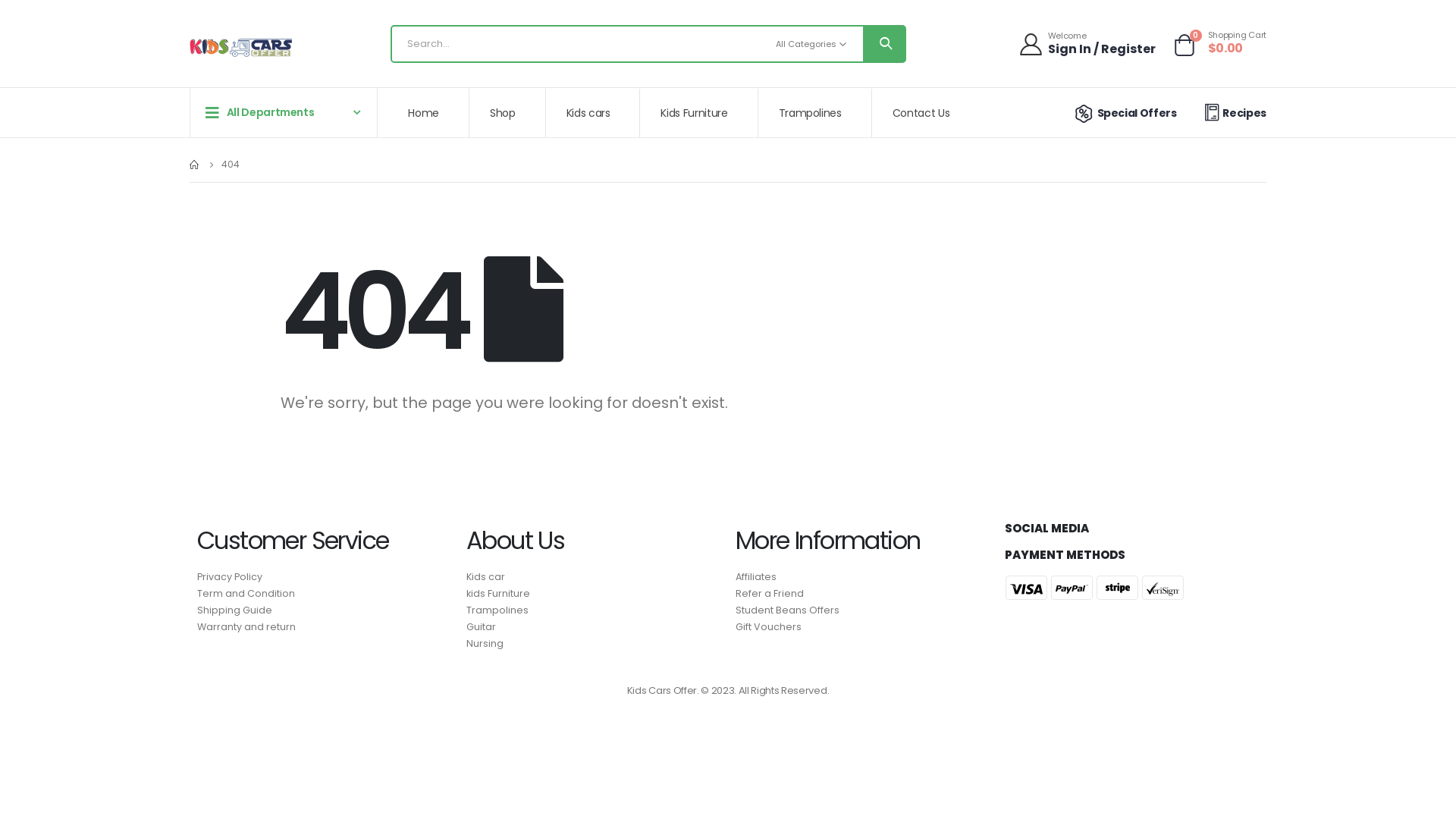 Image resolution: width=1456 pixels, height=819 pixels. Describe the element at coordinates (465, 593) in the screenshot. I see `'kids Furniture'` at that location.